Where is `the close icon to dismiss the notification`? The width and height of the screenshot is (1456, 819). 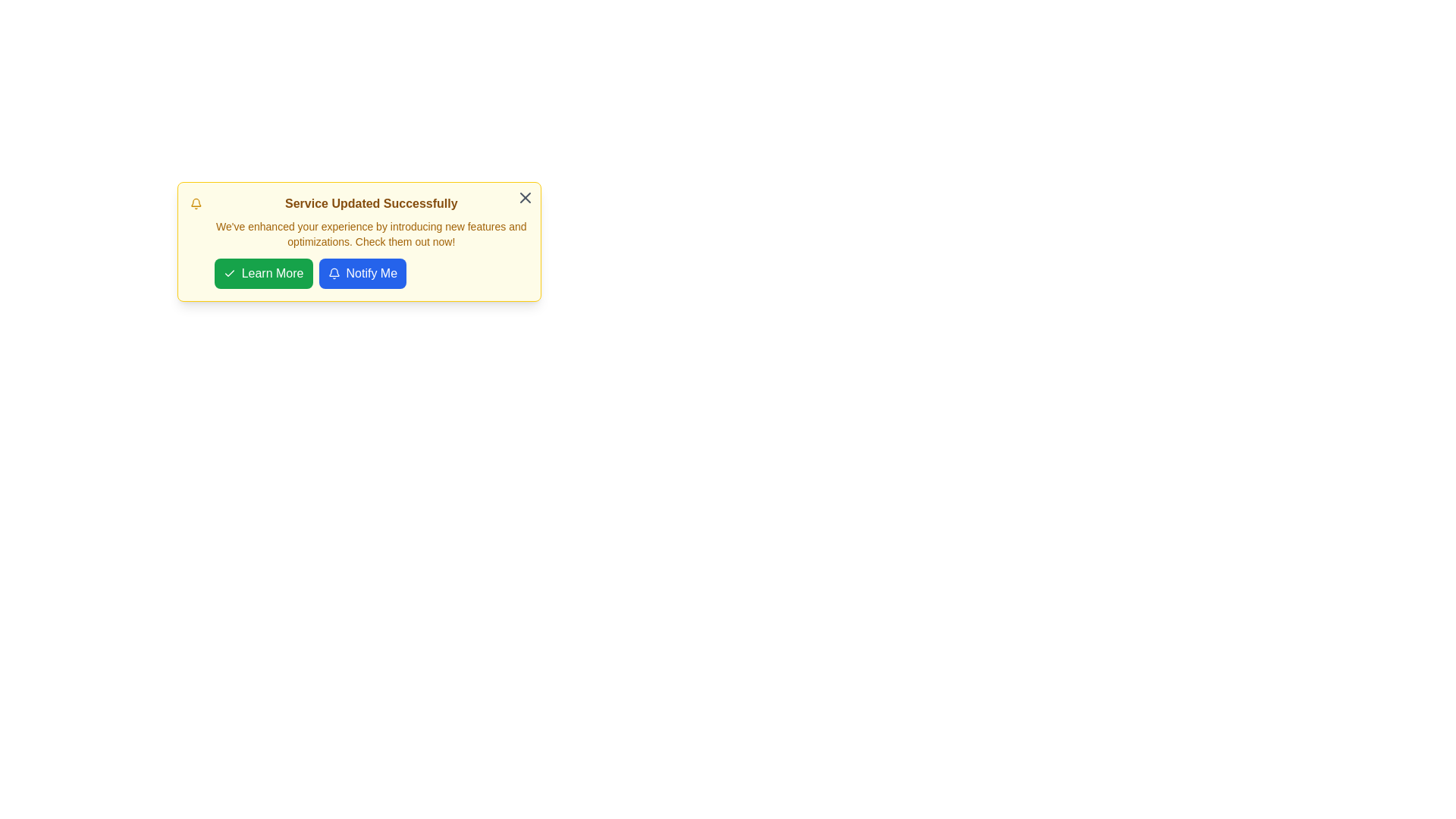 the close icon to dismiss the notification is located at coordinates (525, 197).